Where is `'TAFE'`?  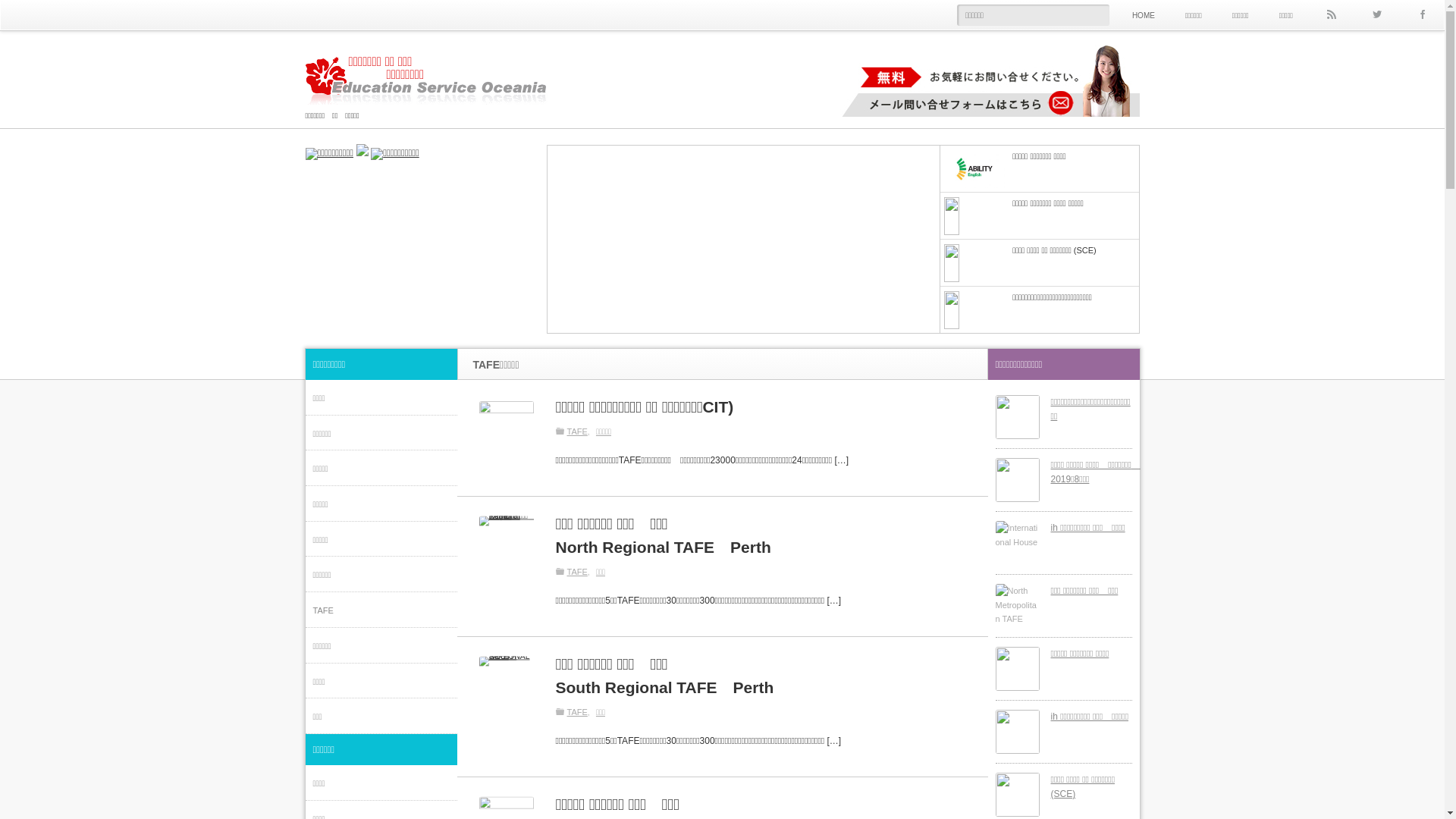 'TAFE' is located at coordinates (579, 711).